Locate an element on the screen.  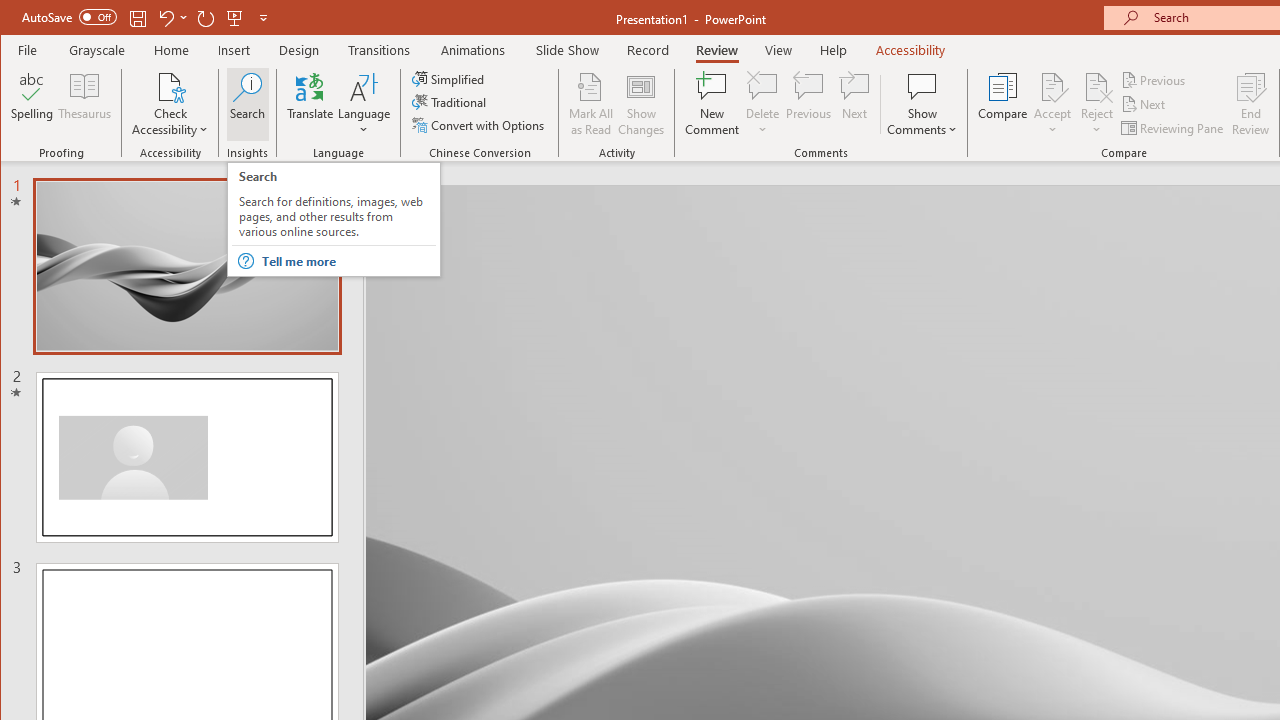
'Reviewing Pane' is located at coordinates (1173, 128).